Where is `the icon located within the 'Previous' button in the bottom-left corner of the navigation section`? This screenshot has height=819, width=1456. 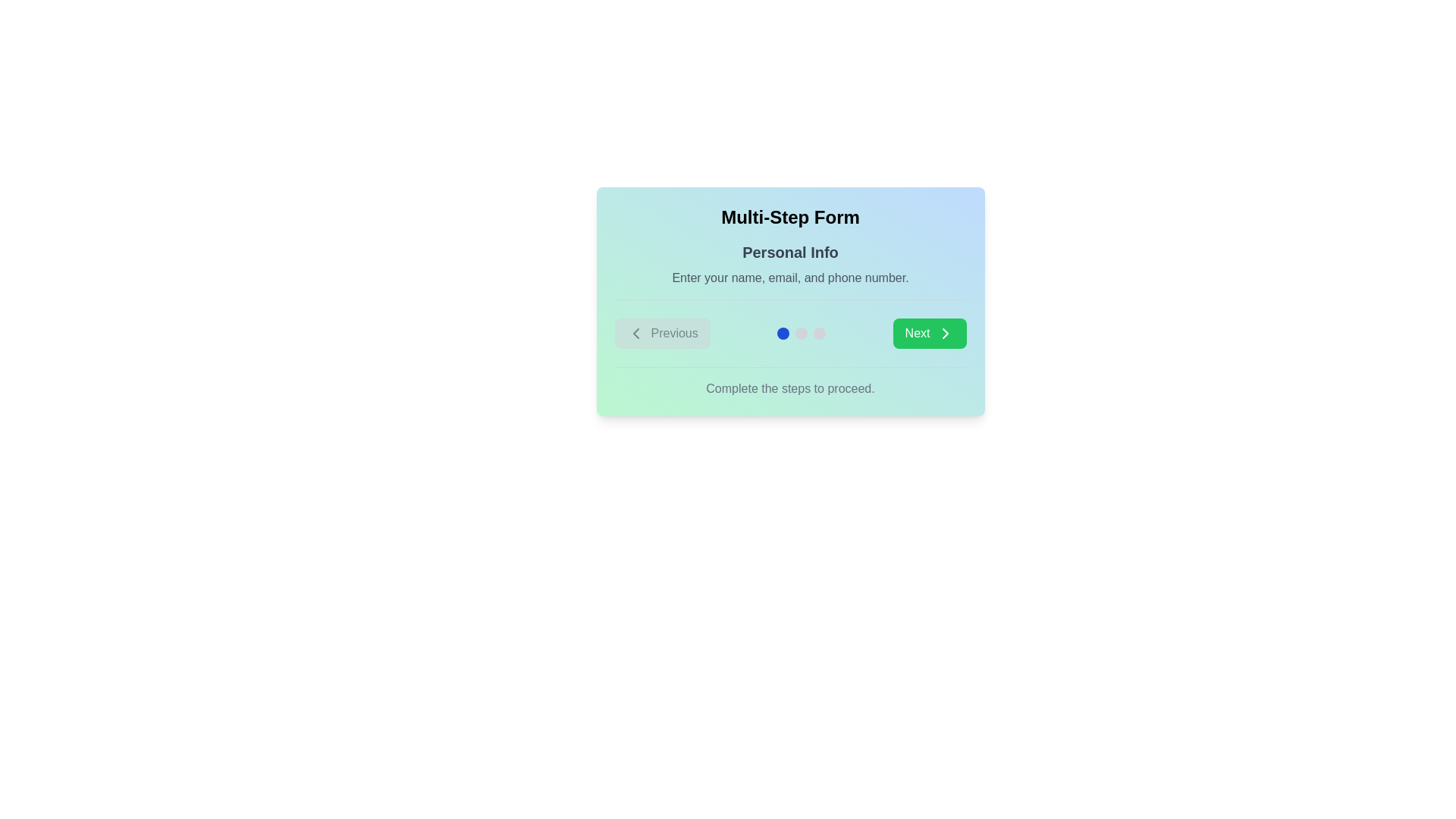
the icon located within the 'Previous' button in the bottom-left corner of the navigation section is located at coordinates (635, 332).